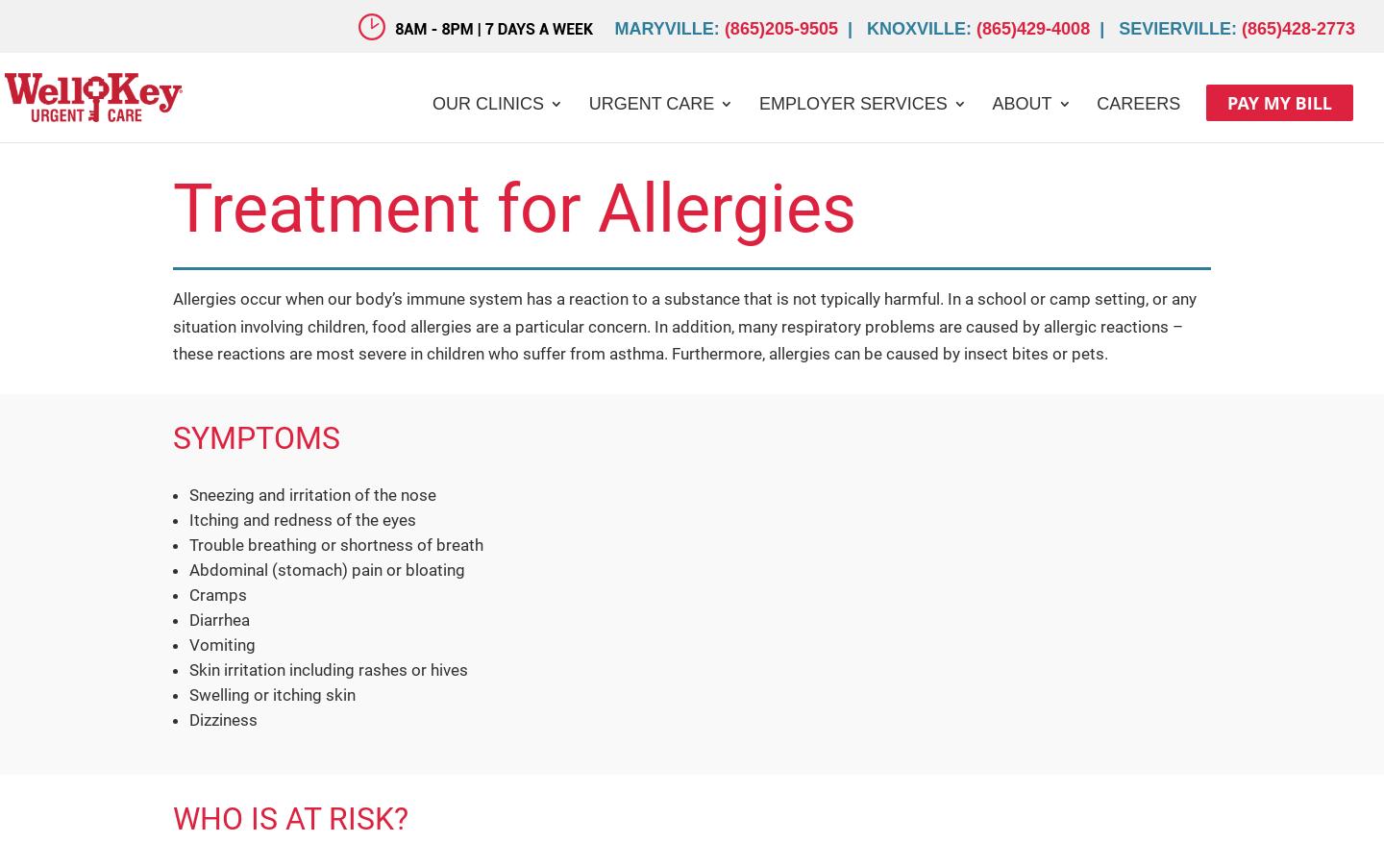  Describe the element at coordinates (707, 272) in the screenshot. I see `'School & Sports Physicals'` at that location.